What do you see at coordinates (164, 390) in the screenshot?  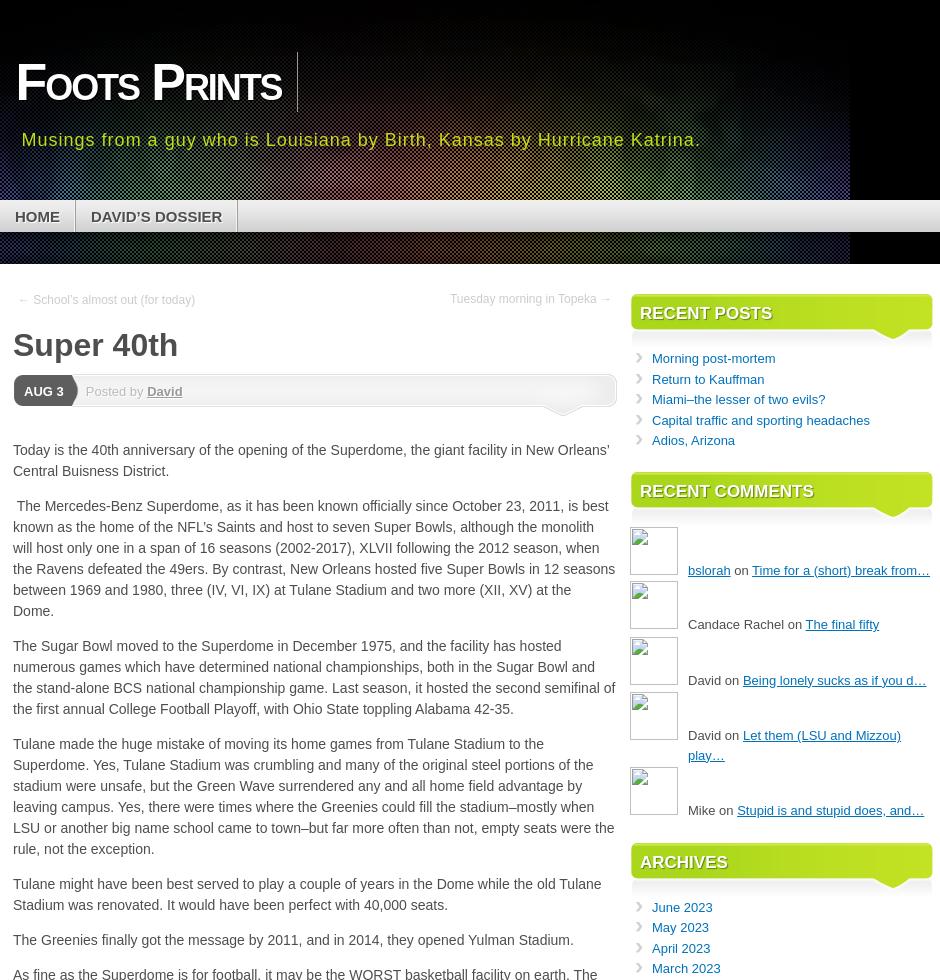 I see `'David'` at bounding box center [164, 390].